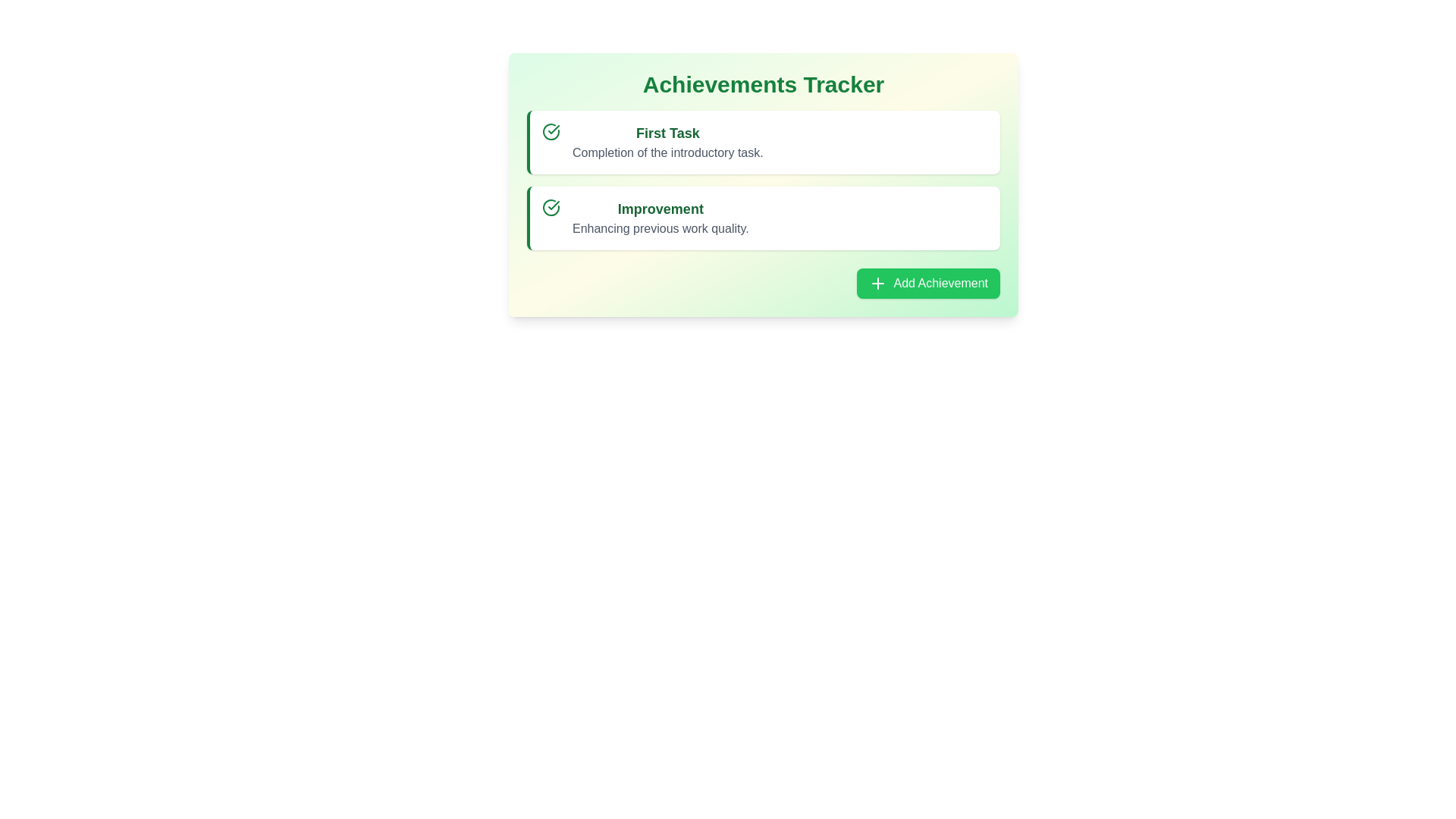  Describe the element at coordinates (667, 133) in the screenshot. I see `the static text element that displays 'First Task' in a bold green font, located at the top of a white section above the description text 'Completion of the introductory task.'` at that location.